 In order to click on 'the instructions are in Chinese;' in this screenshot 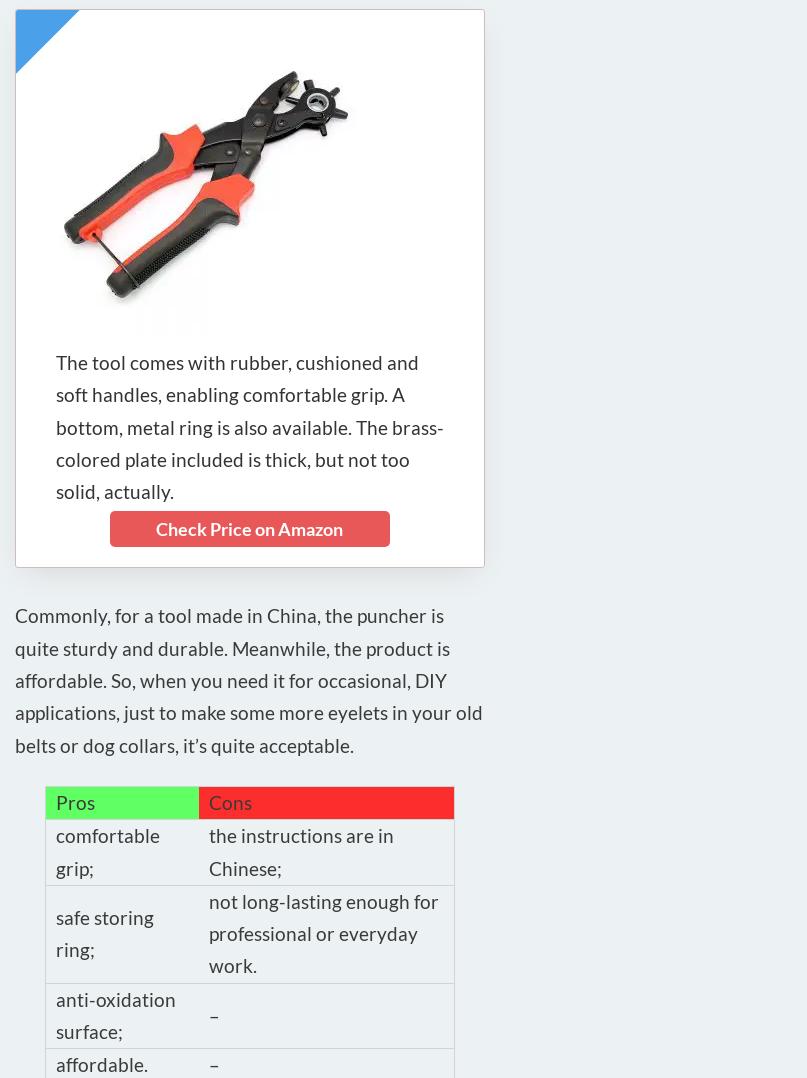, I will do `click(300, 850)`.